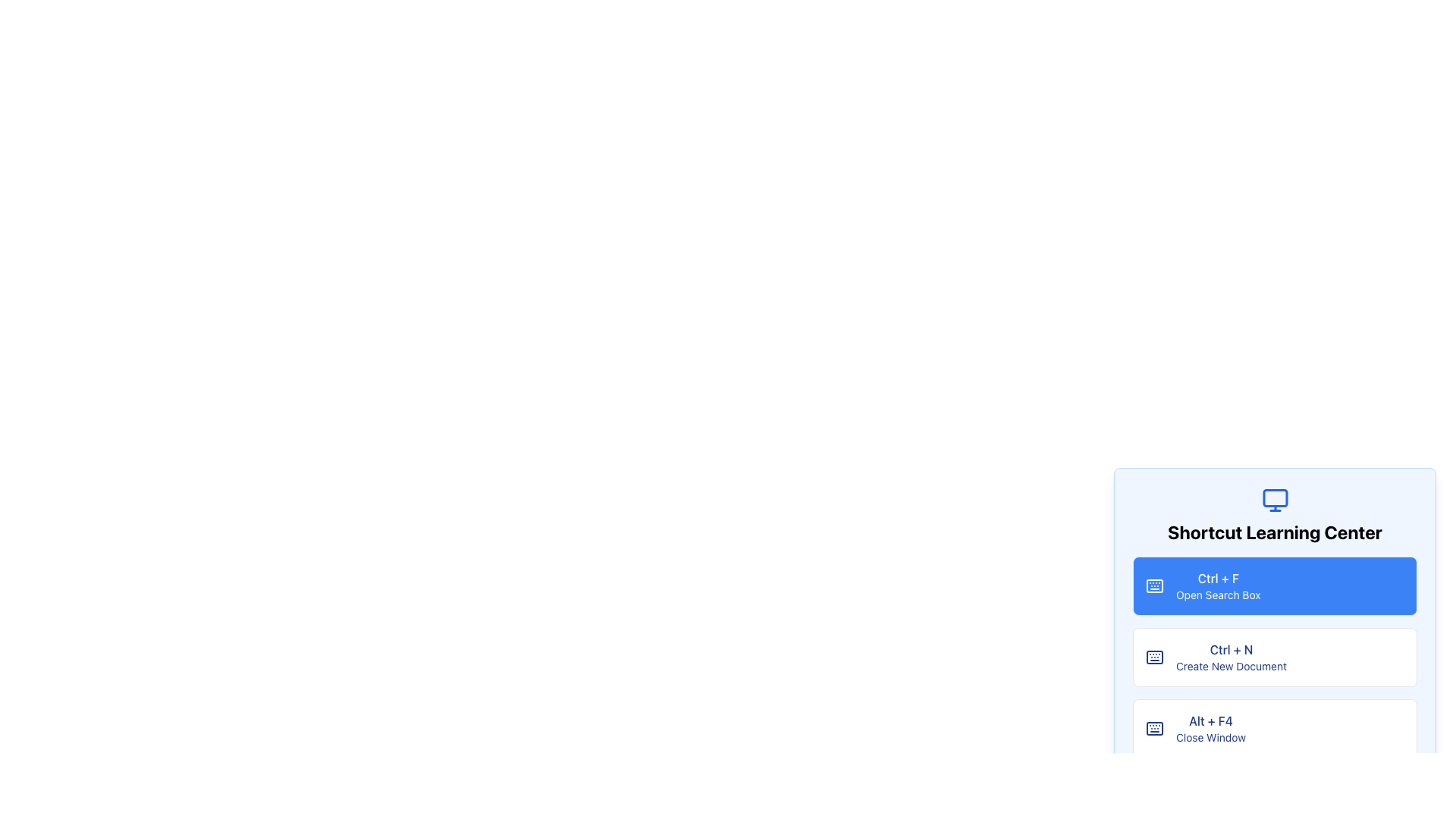 The image size is (1456, 819). I want to click on the text element that reads 'Shortcut Learning Center' to check for interactions, so click(1274, 532).